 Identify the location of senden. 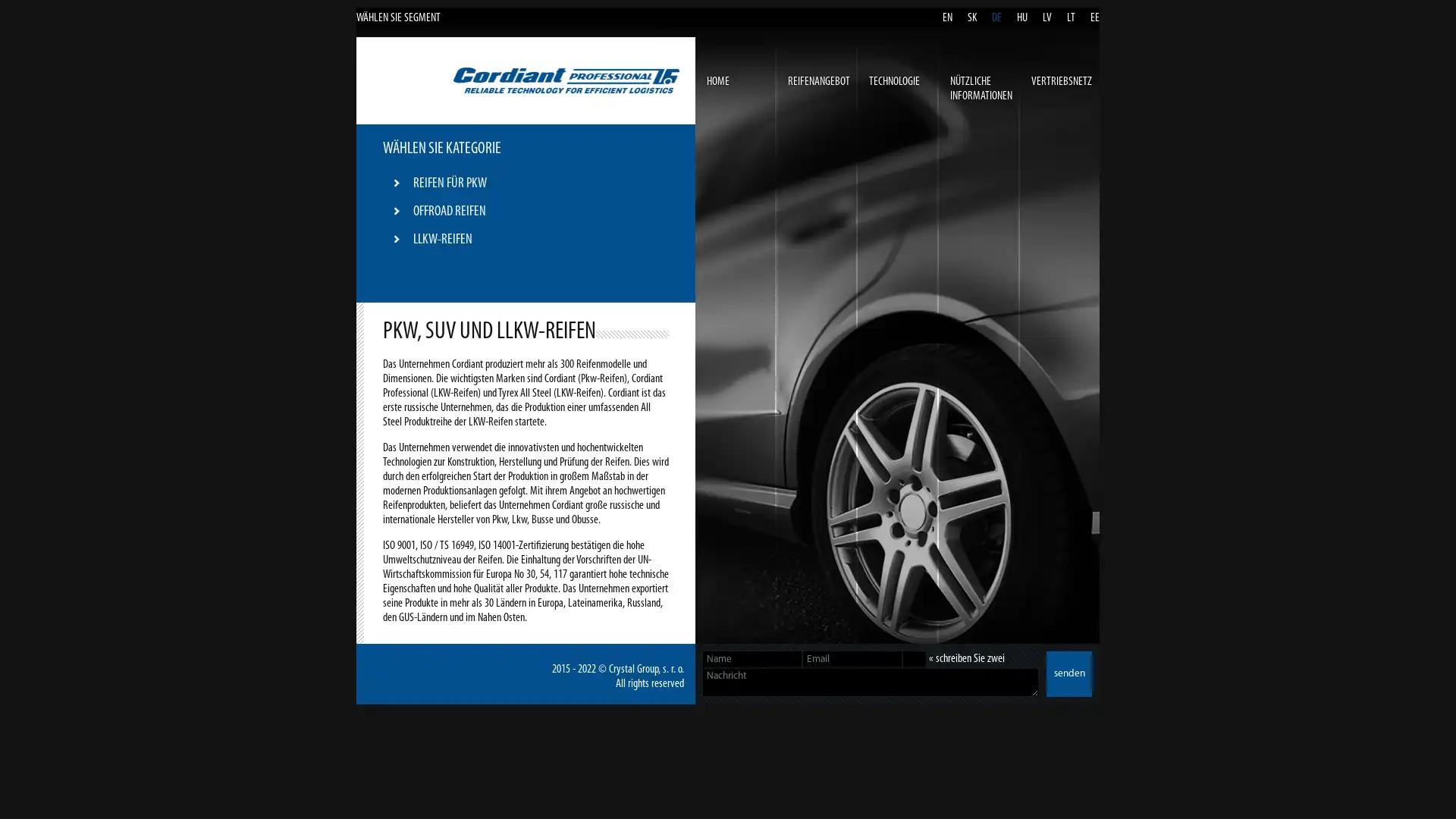
(1068, 673).